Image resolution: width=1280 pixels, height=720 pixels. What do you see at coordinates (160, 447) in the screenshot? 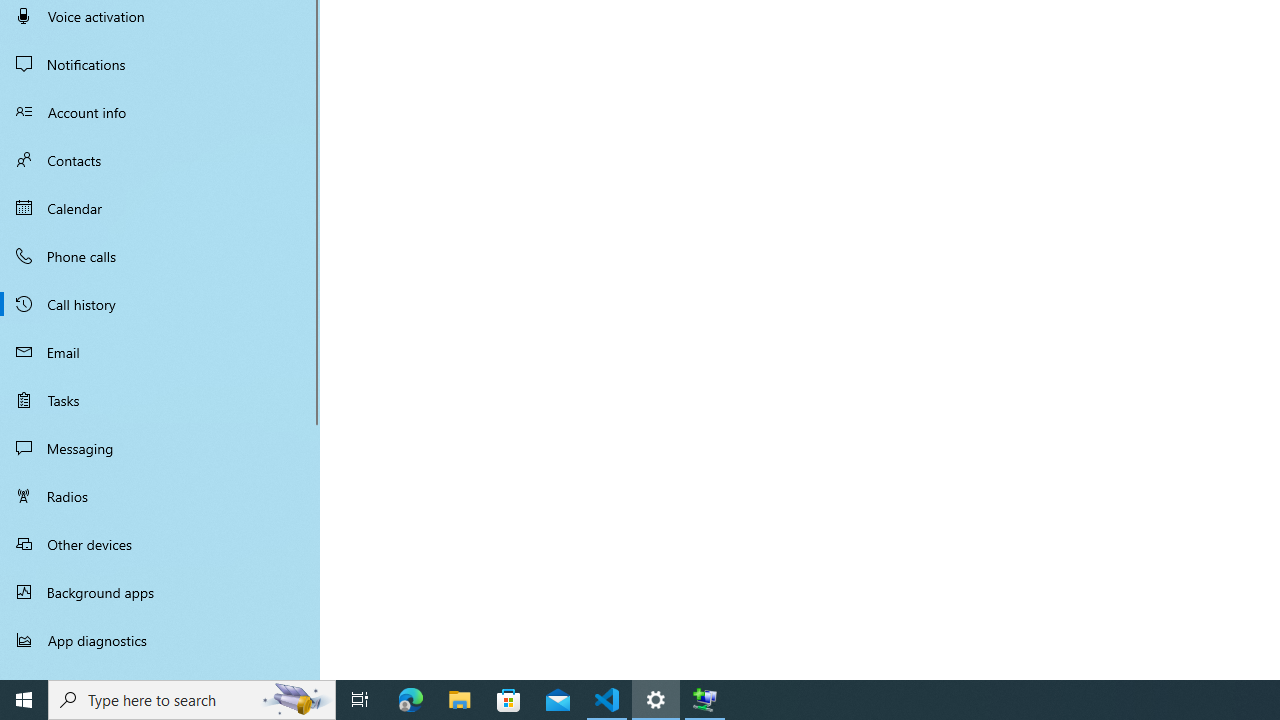
I see `'Messaging'` at bounding box center [160, 447].